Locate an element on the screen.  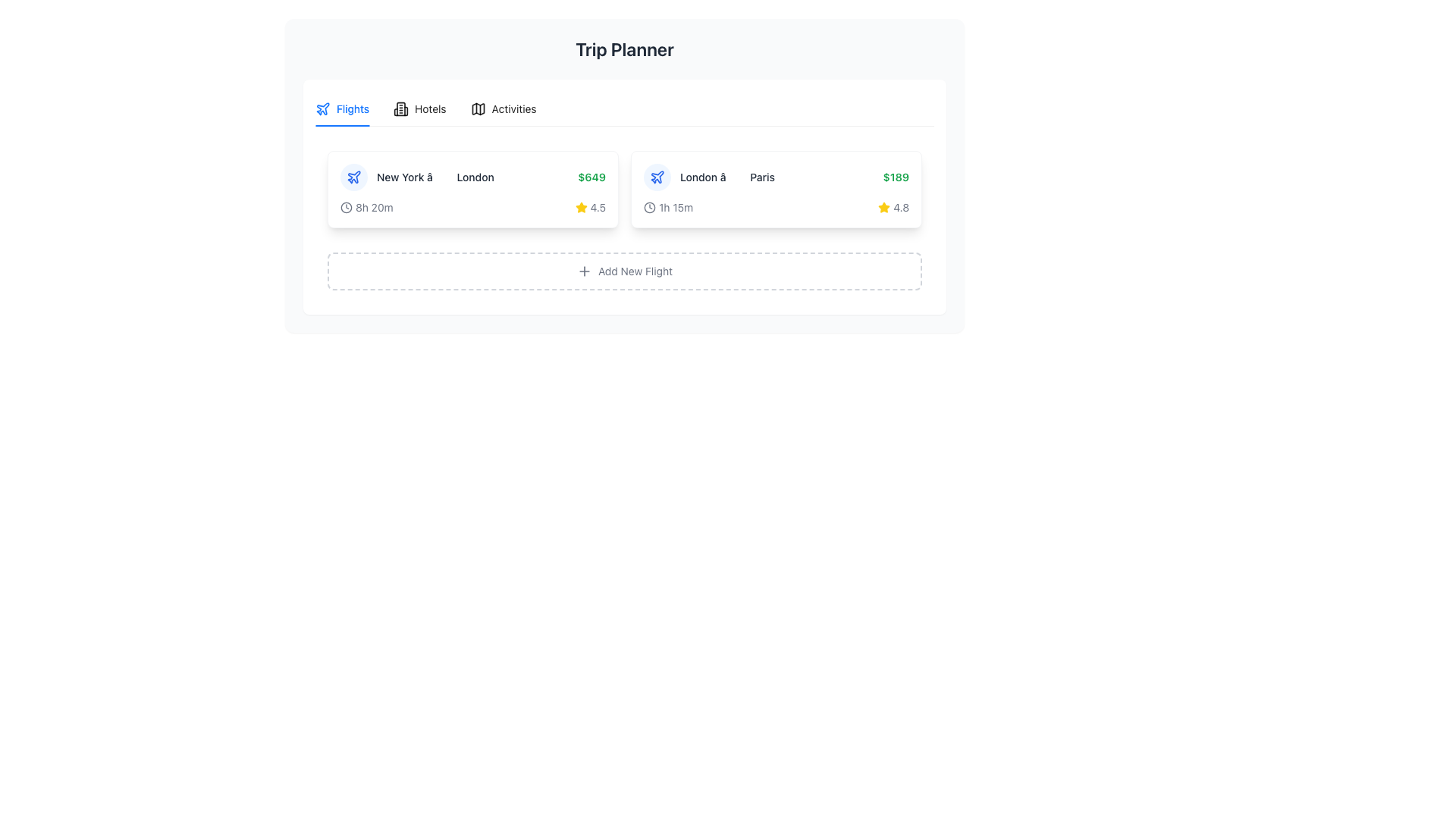
the map-like icon with a folded paper design, which is the third icon in the navigation bar next to the text 'Activities' is located at coordinates (477, 108).